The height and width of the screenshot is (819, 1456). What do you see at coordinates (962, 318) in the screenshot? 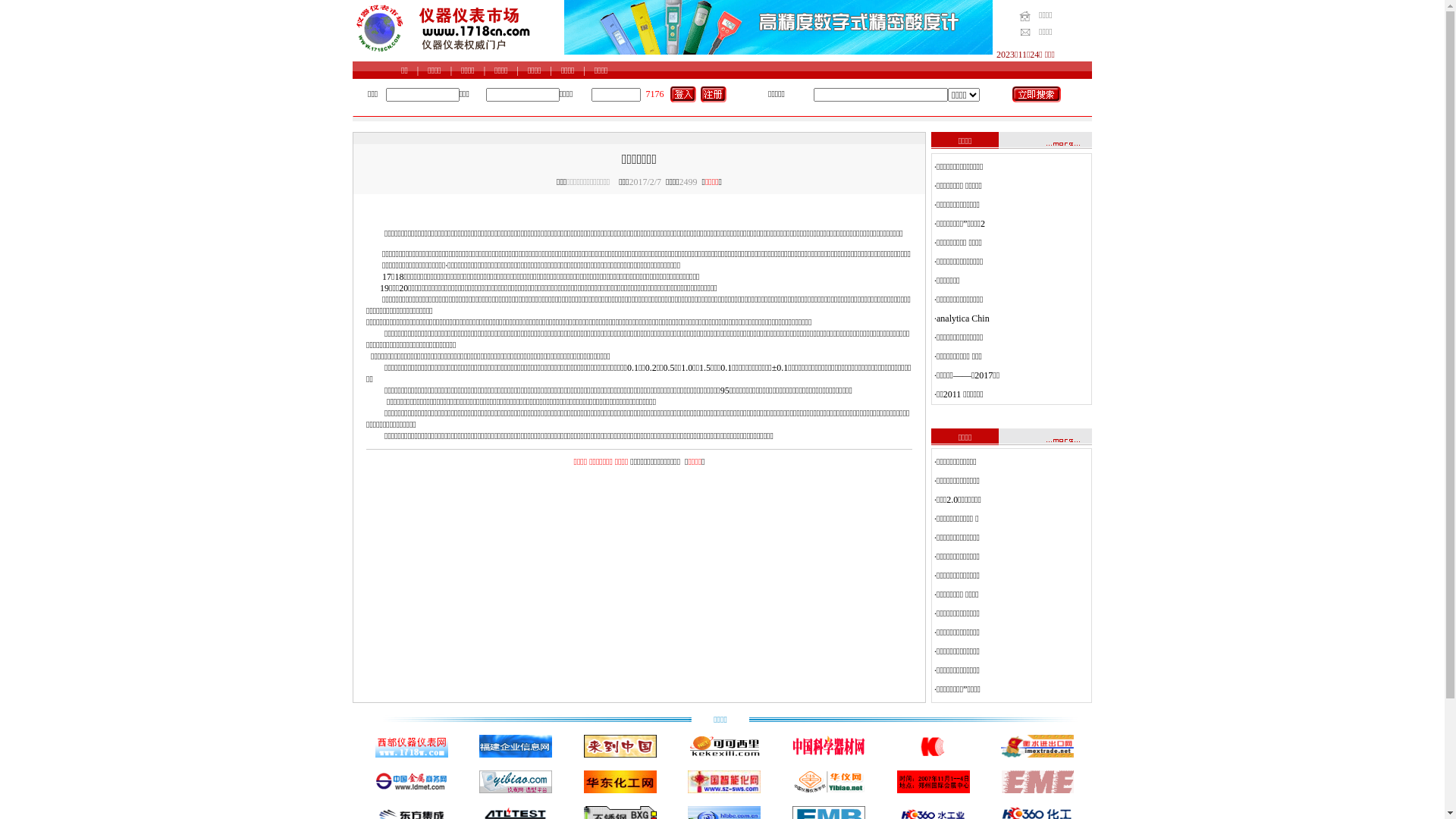
I see `'analytica Chin'` at bounding box center [962, 318].